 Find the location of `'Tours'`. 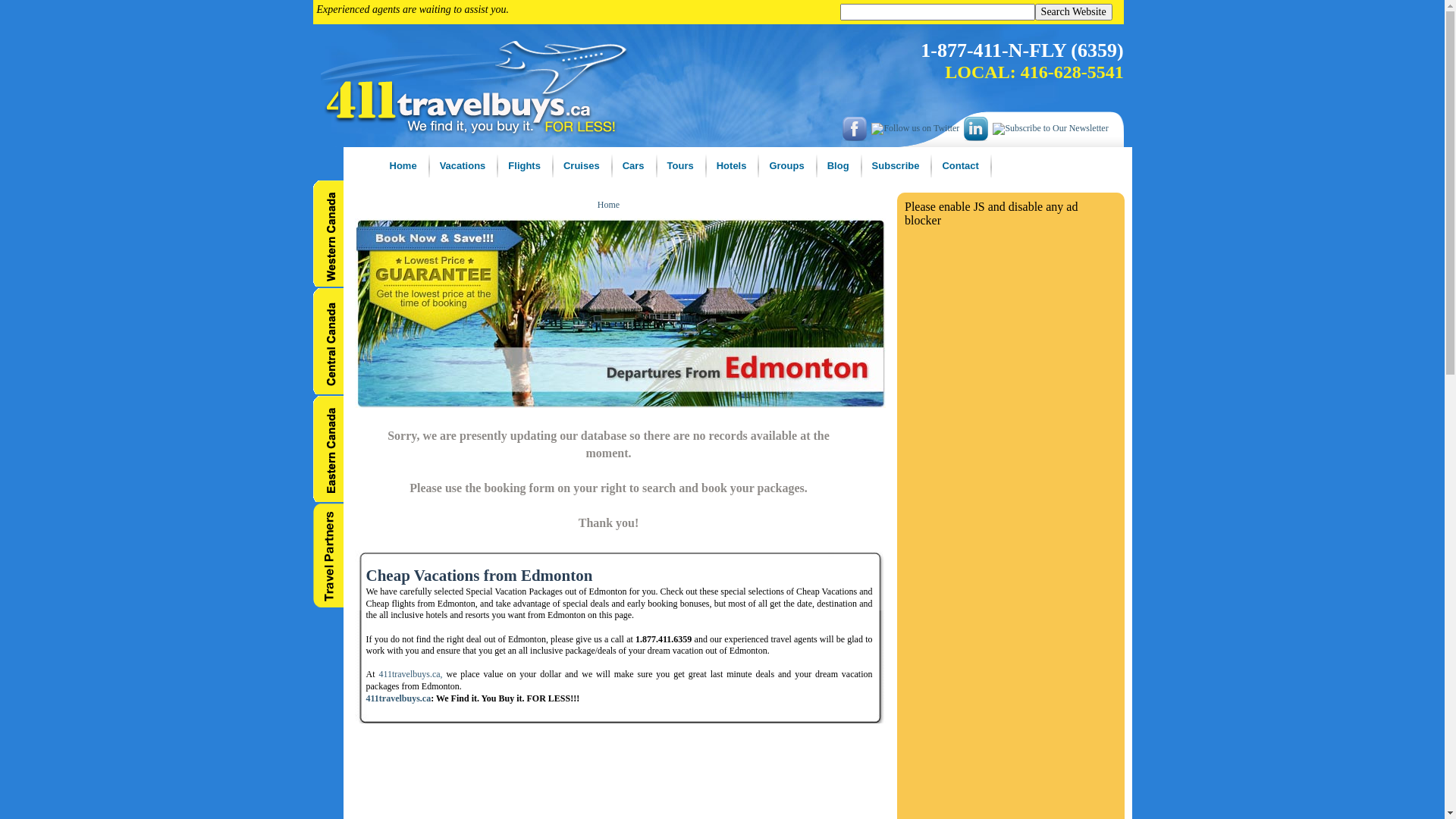

'Tours' is located at coordinates (655, 166).